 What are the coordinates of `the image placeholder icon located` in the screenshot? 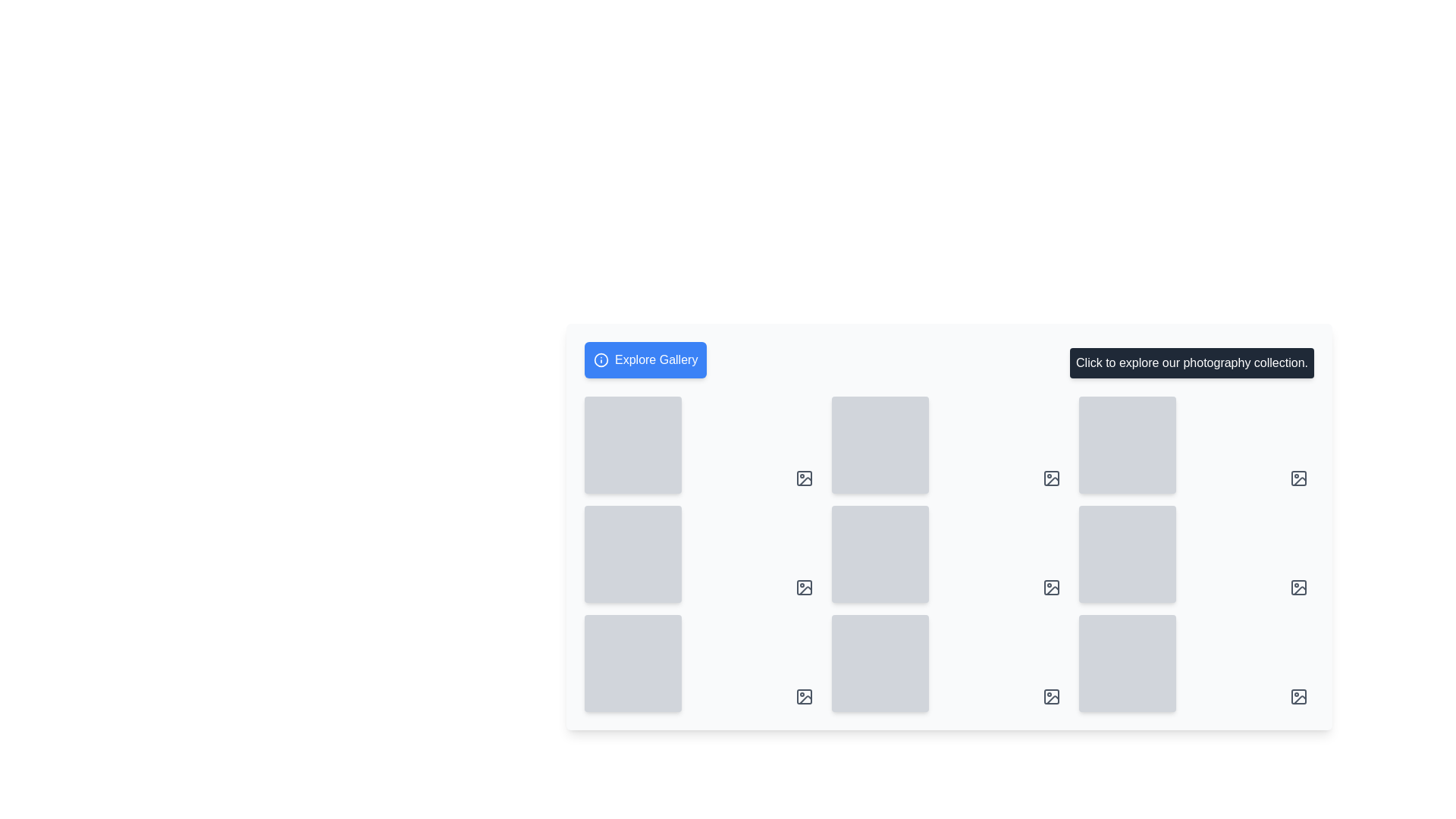 It's located at (803, 479).